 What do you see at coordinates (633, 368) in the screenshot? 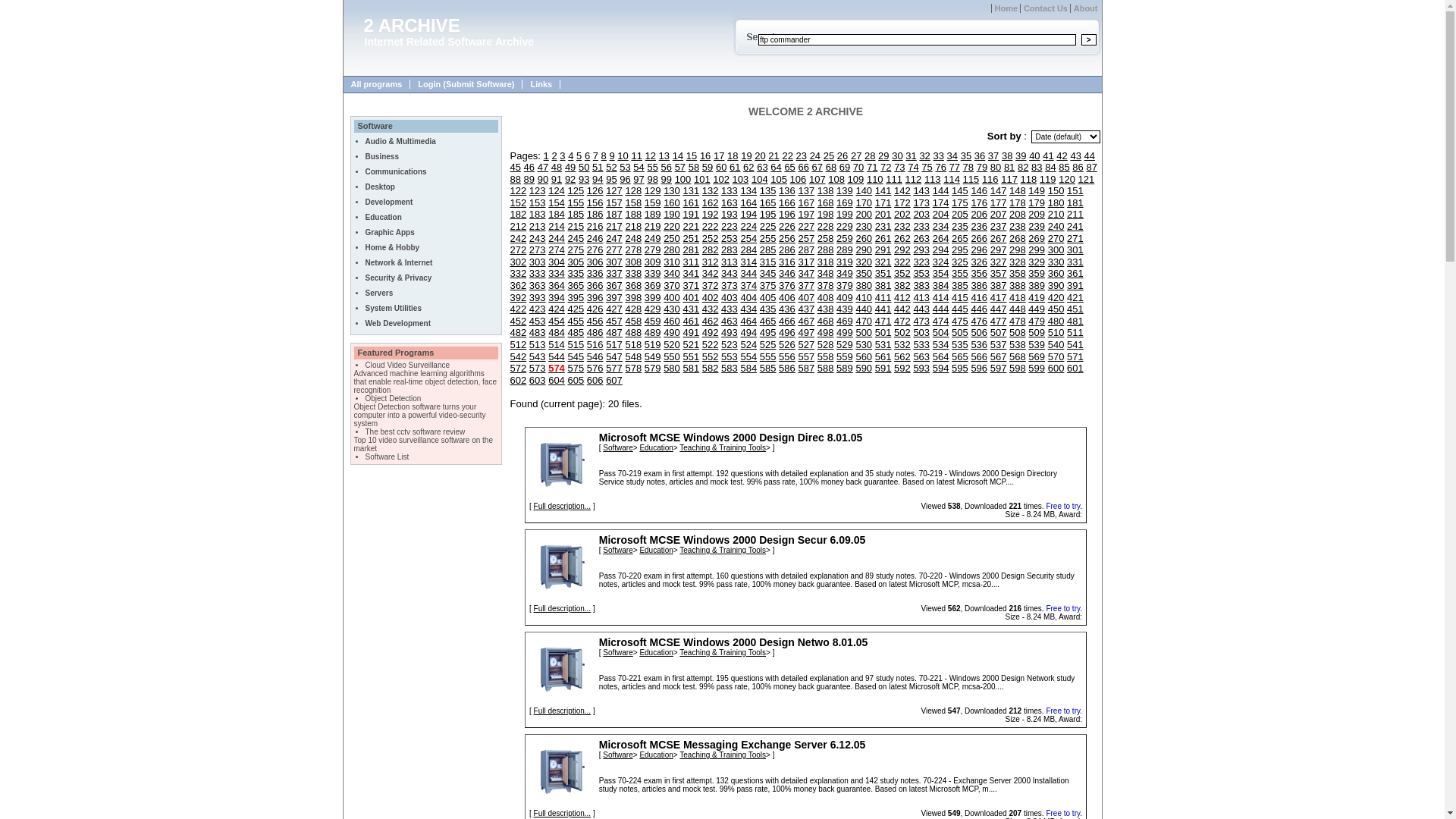
I see `'578'` at bounding box center [633, 368].